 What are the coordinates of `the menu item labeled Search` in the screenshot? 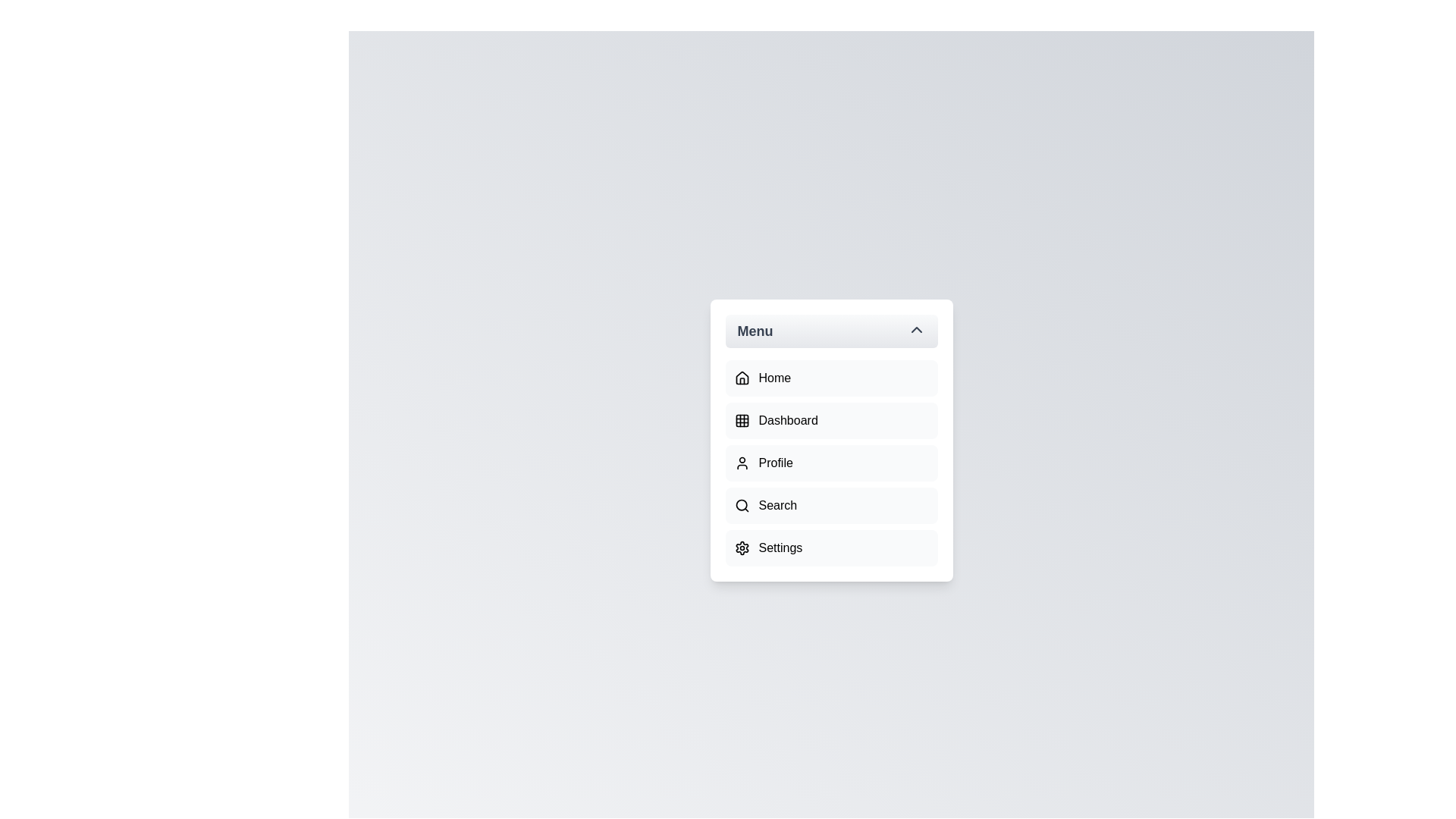 It's located at (830, 506).